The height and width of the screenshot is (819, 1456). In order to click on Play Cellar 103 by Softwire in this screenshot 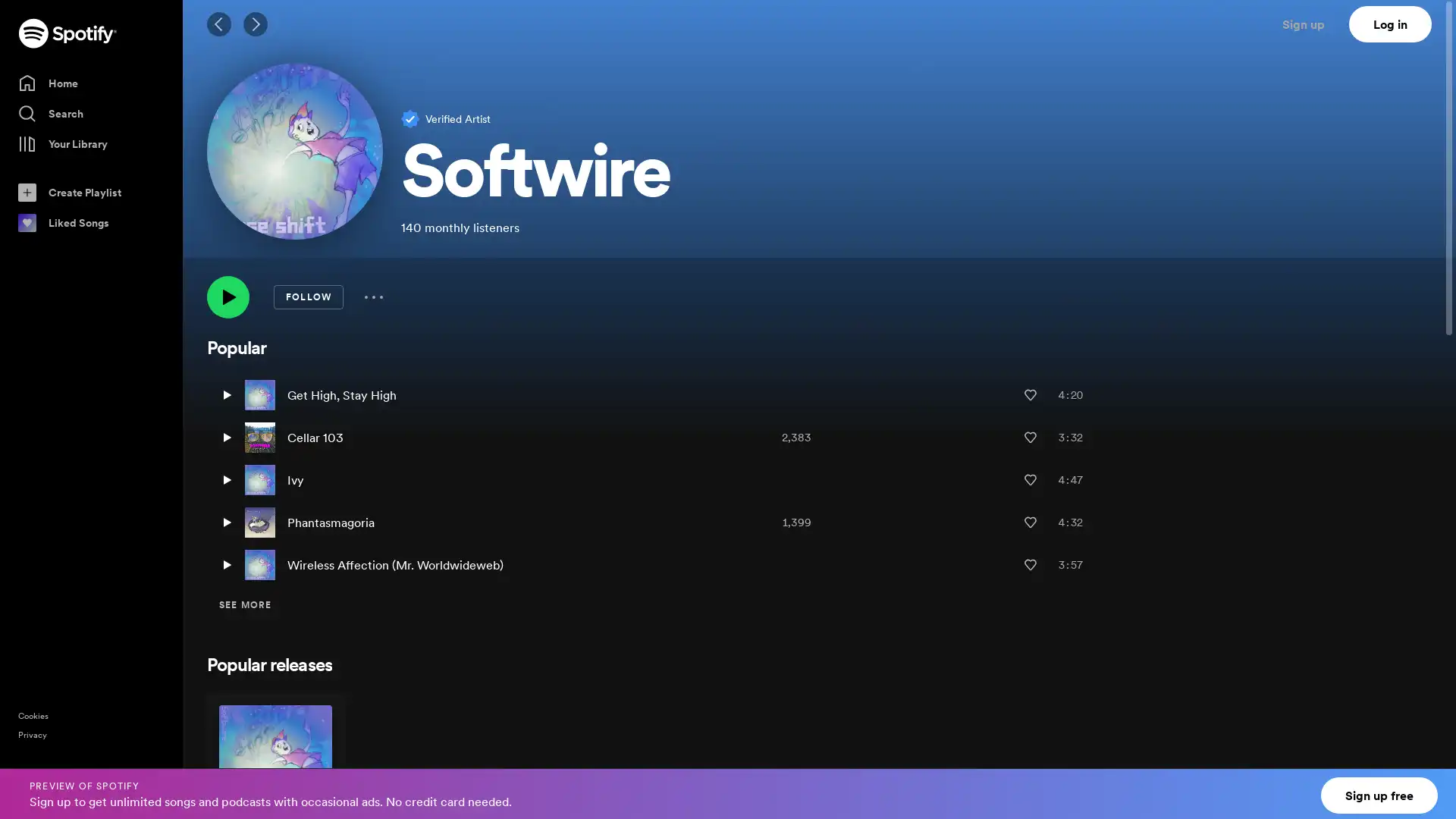, I will do `click(225, 438)`.